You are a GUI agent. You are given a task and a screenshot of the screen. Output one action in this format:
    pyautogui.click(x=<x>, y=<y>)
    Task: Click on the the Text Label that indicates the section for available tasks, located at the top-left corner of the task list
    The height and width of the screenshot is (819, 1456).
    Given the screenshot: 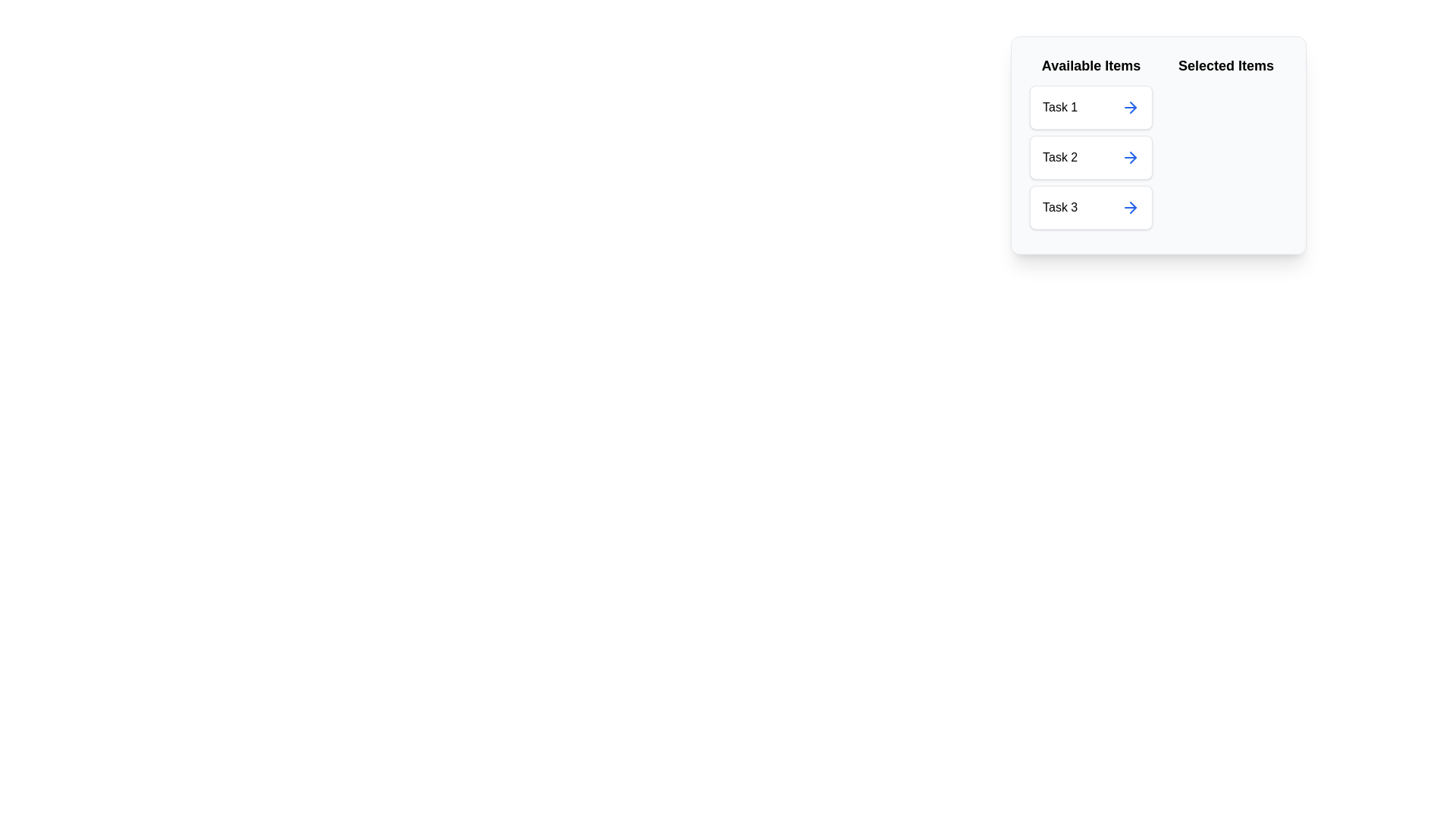 What is the action you would take?
    pyautogui.click(x=1090, y=65)
    